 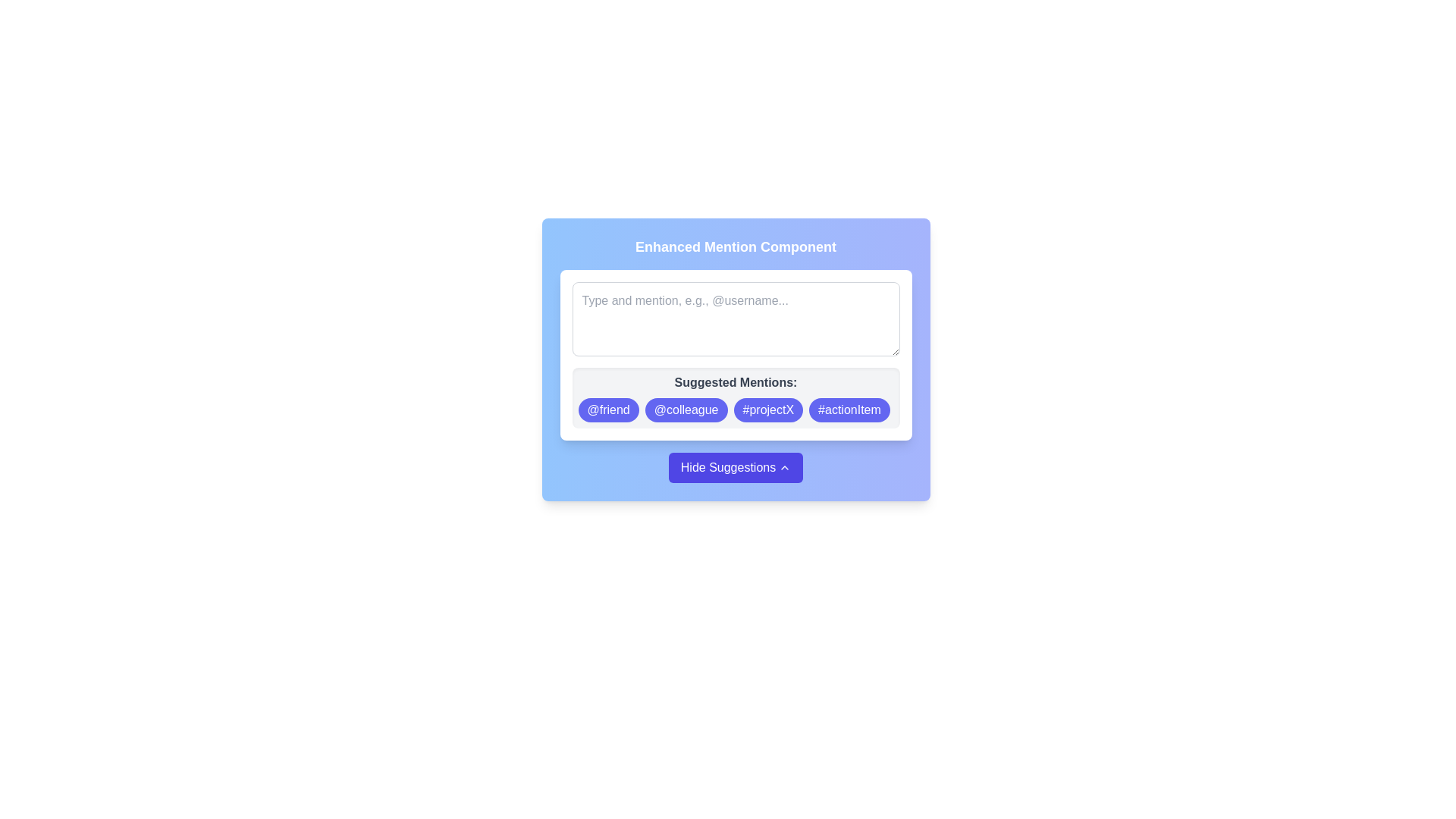 What do you see at coordinates (736, 246) in the screenshot?
I see `the Static Text element titled 'Enhanced Mention Component', which is prominently displayed at the top of the interface with a bold white font against a blue to purple gradient background` at bounding box center [736, 246].